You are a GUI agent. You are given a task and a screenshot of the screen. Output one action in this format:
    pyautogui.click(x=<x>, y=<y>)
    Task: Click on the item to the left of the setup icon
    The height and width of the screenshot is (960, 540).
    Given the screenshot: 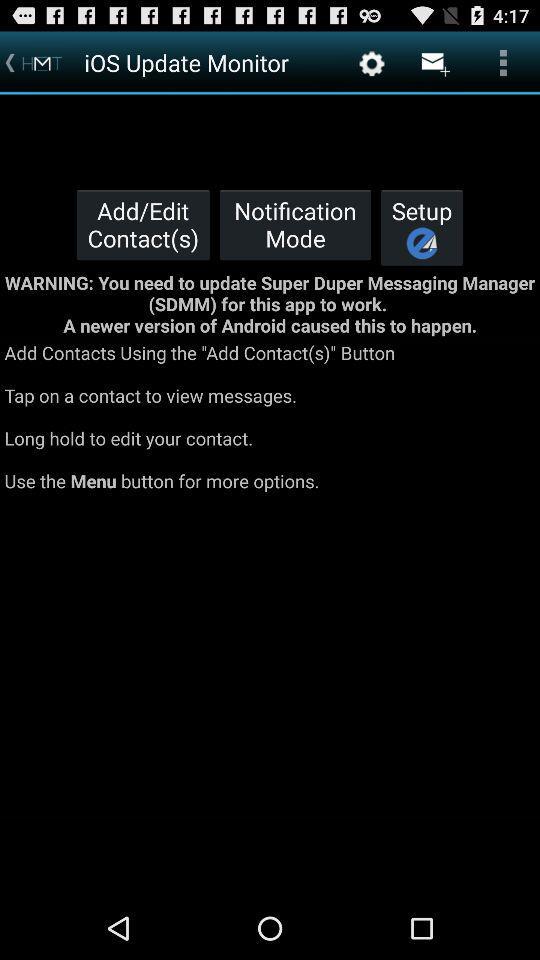 What is the action you would take?
    pyautogui.click(x=294, y=224)
    